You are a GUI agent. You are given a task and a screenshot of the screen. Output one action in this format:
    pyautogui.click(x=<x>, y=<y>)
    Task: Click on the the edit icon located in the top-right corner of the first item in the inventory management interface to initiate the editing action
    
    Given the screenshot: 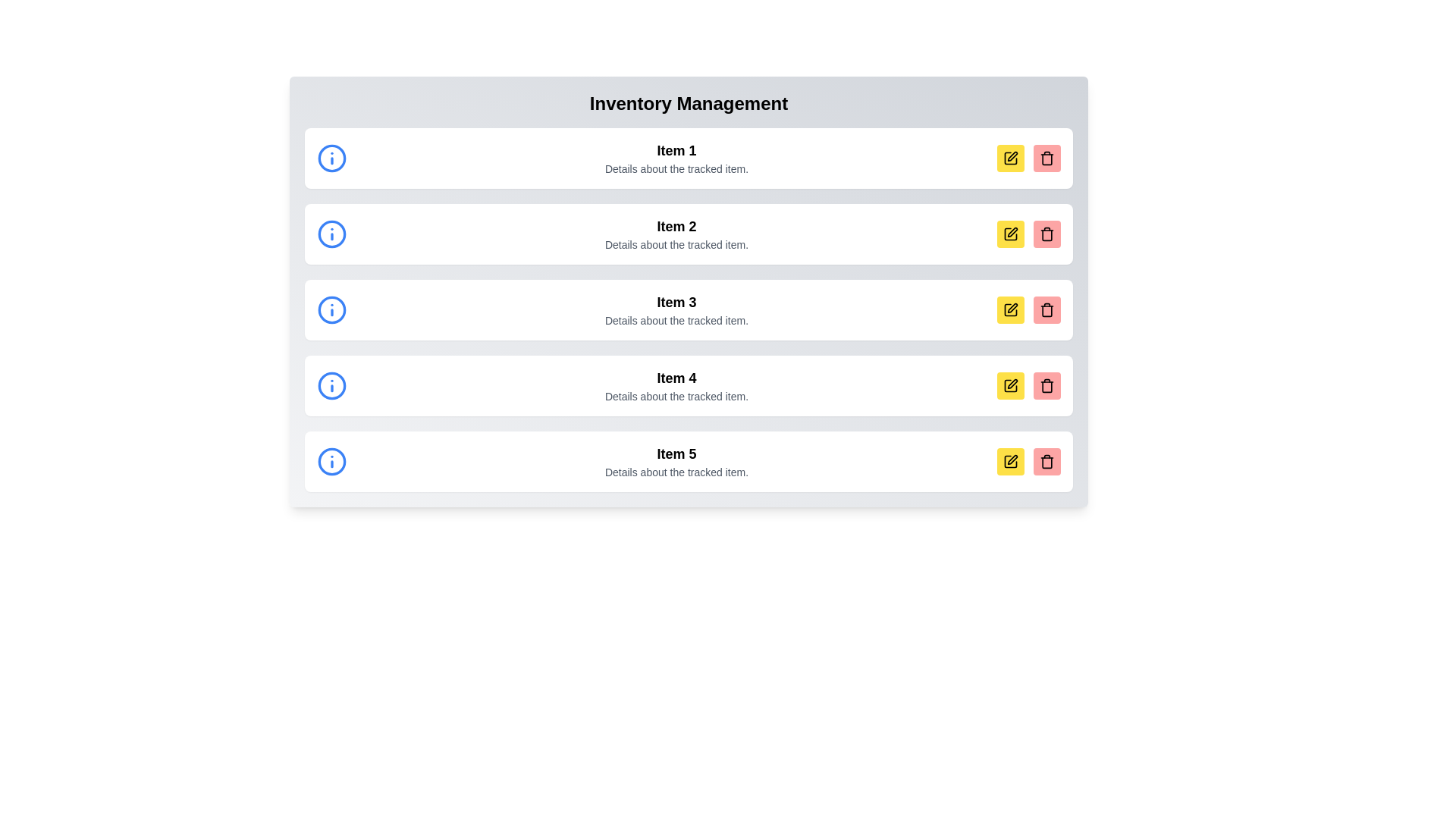 What is the action you would take?
    pyautogui.click(x=1011, y=158)
    